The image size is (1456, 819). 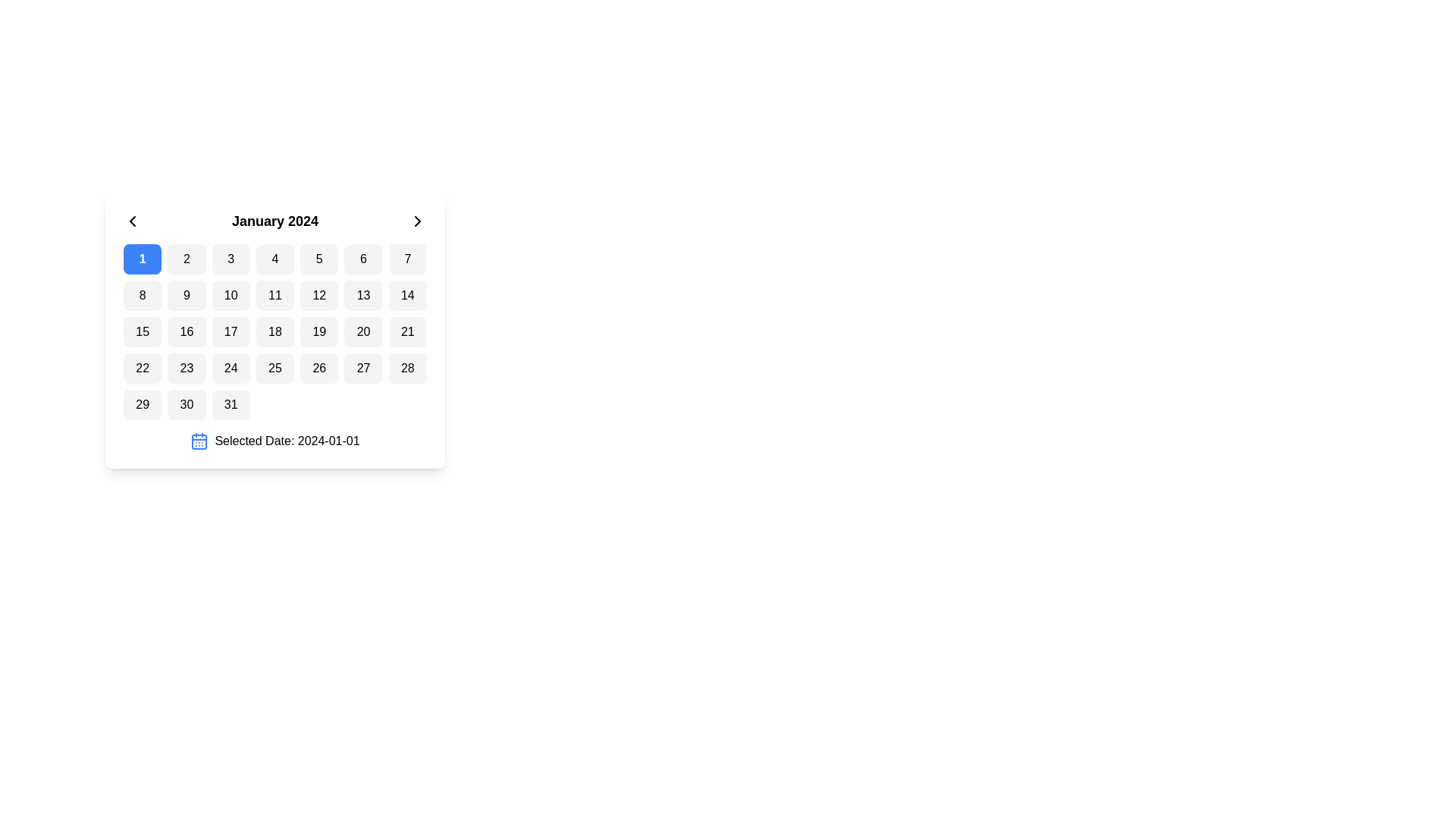 What do you see at coordinates (142, 295) in the screenshot?
I see `the button representing the 8th day of the month in the calendar view, located in the second row and first column of the calendar grid` at bounding box center [142, 295].